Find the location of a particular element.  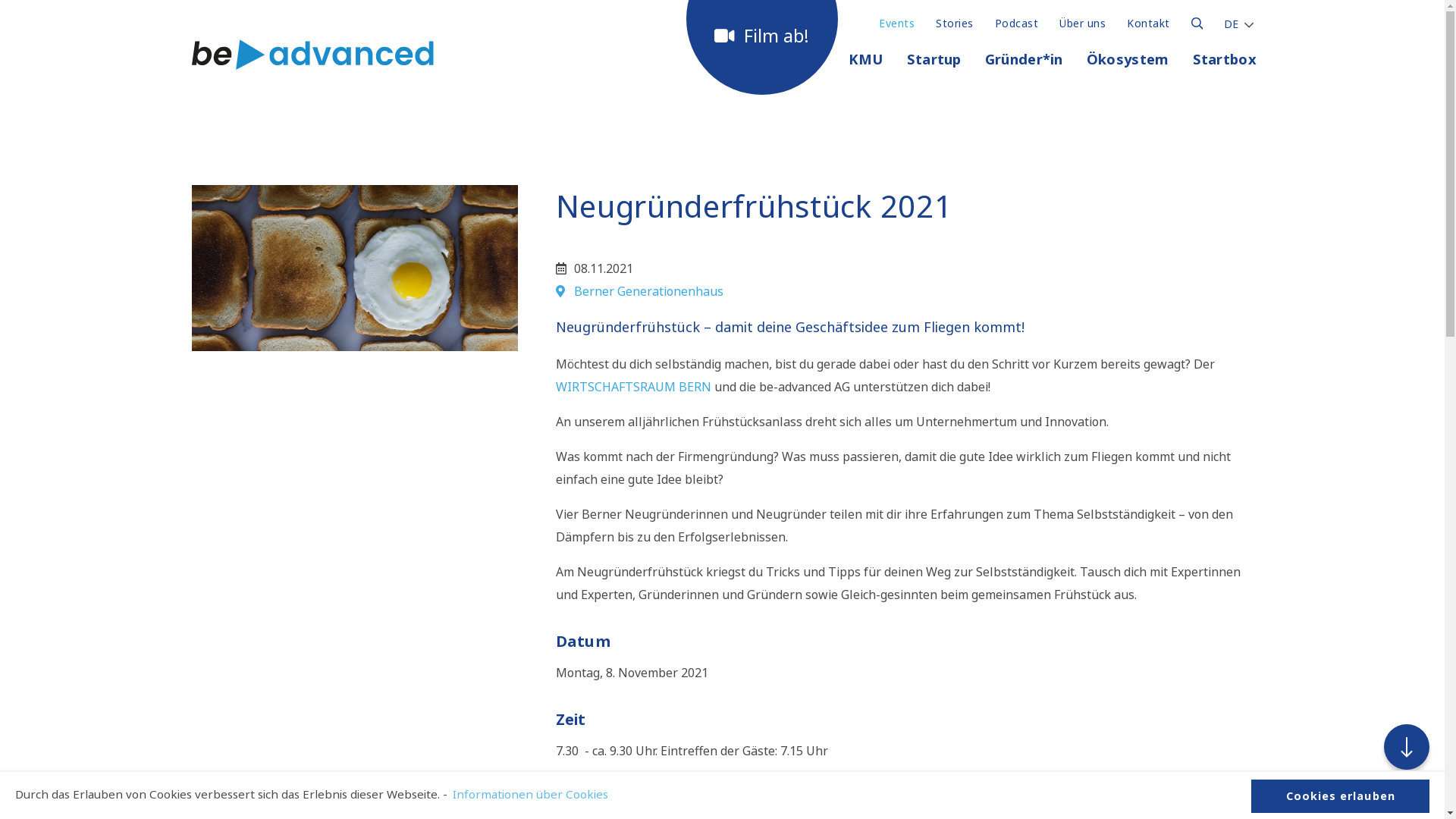

'Logo be-advanced AG' is located at coordinates (311, 54).